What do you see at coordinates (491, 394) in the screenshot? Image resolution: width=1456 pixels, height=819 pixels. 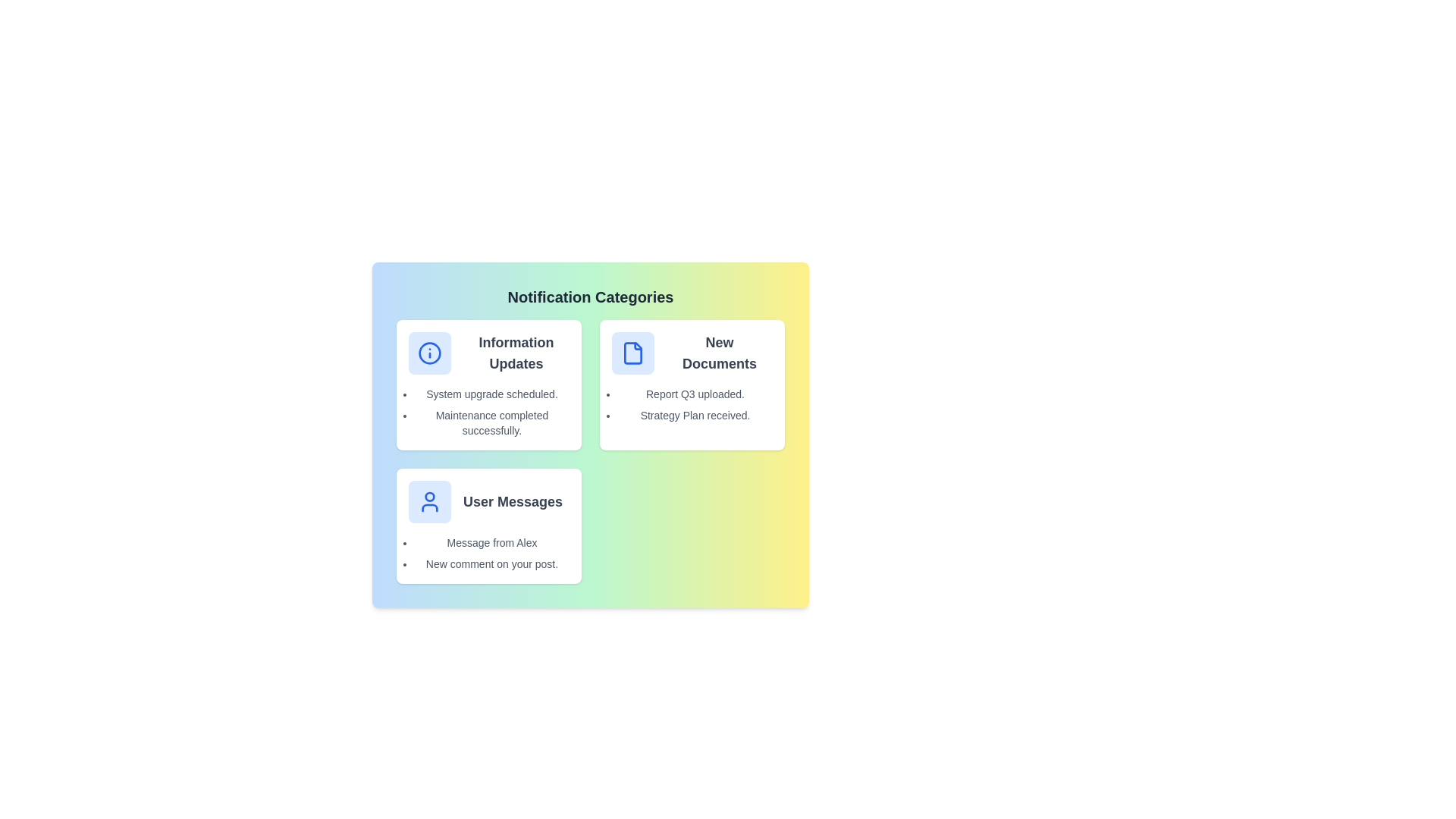 I see `the notification text to select it` at bounding box center [491, 394].